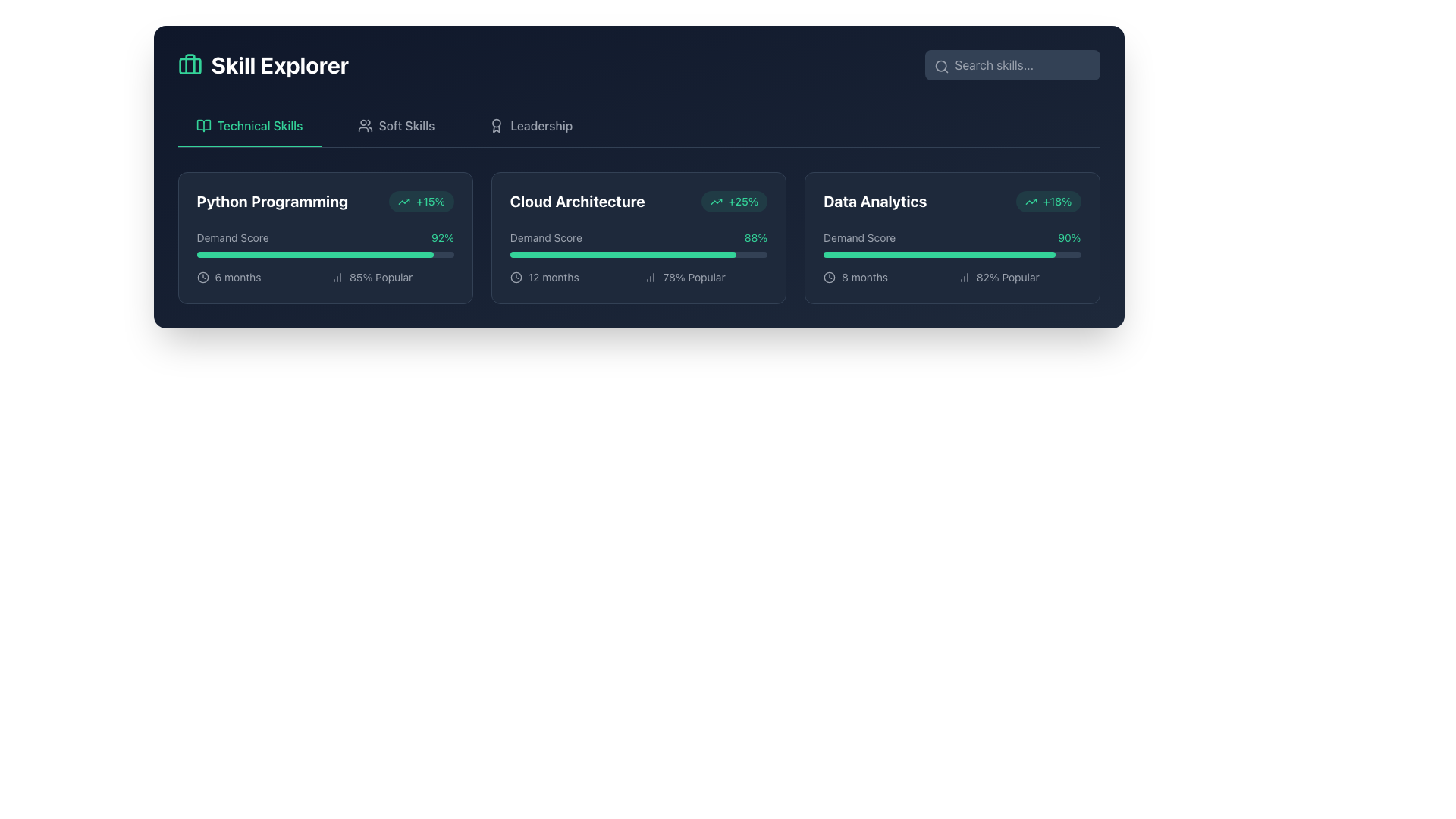  What do you see at coordinates (875, 201) in the screenshot?
I see `the title label located in the top section of the third card from the left, which summarizes the content or category of the card` at bounding box center [875, 201].